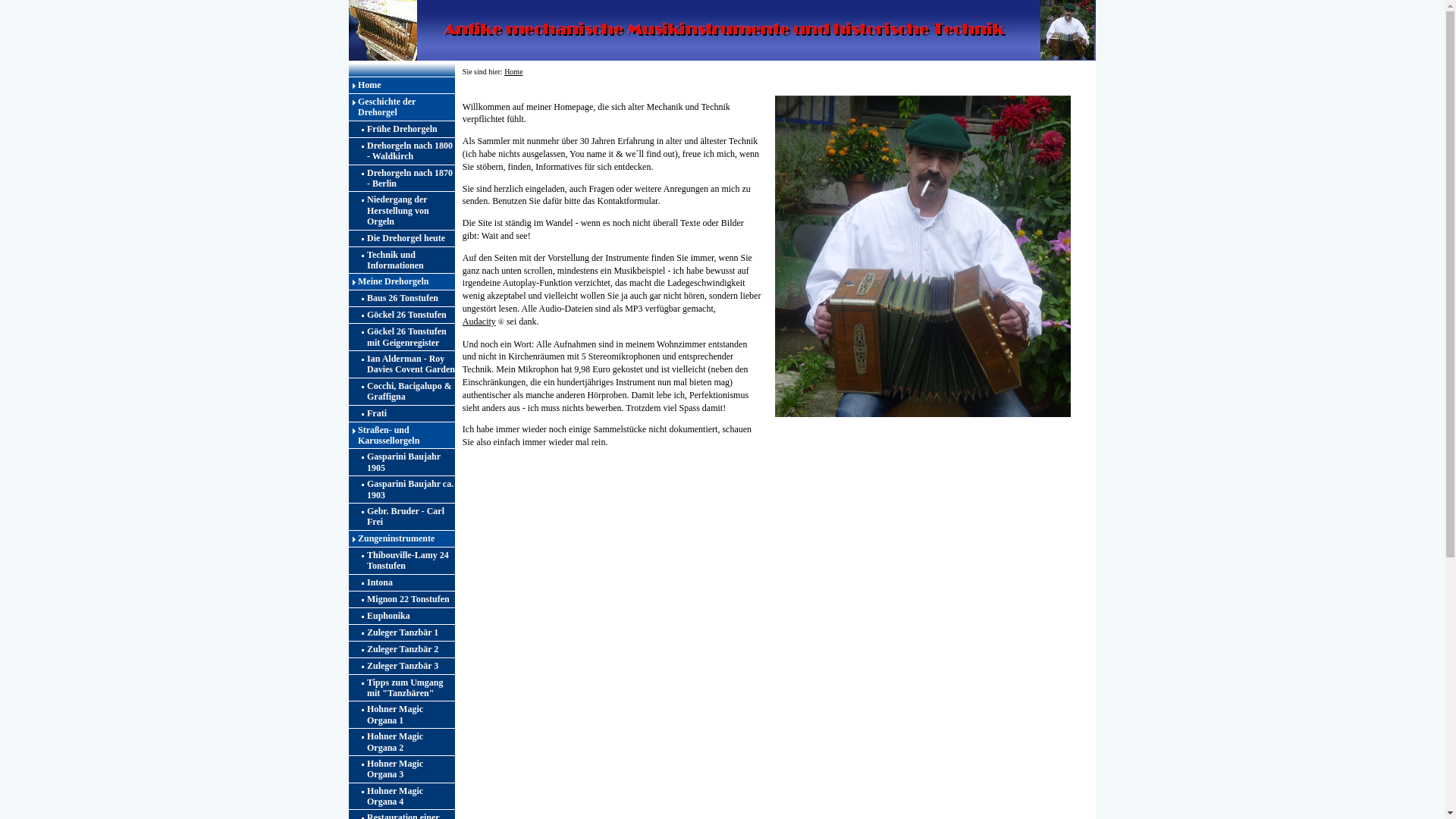 This screenshot has height=819, width=1456. Describe the element at coordinates (401, 769) in the screenshot. I see `'Hohner Magic Organa 3'` at that location.